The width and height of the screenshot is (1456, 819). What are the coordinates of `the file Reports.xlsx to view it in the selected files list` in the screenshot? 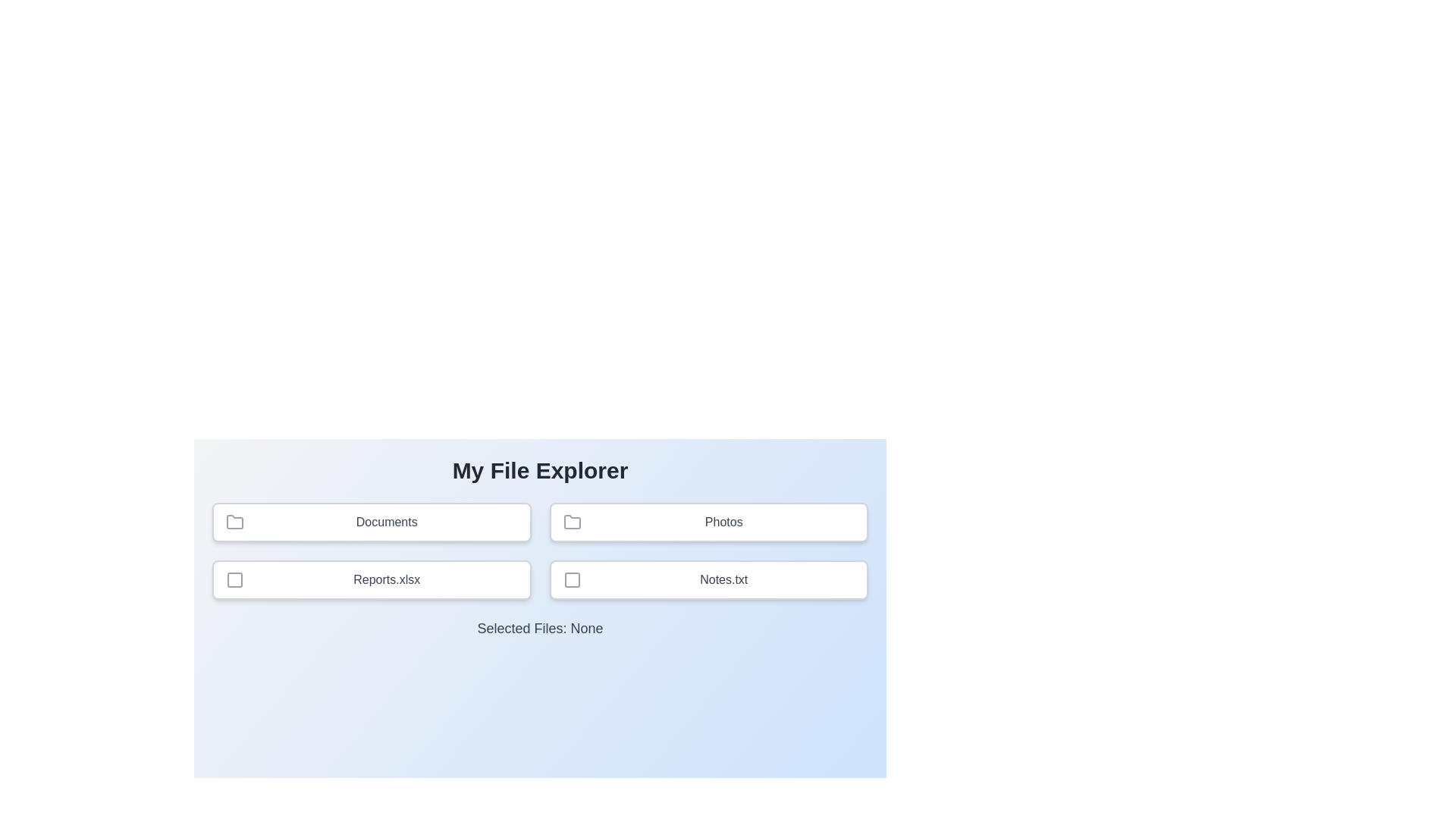 It's located at (372, 579).